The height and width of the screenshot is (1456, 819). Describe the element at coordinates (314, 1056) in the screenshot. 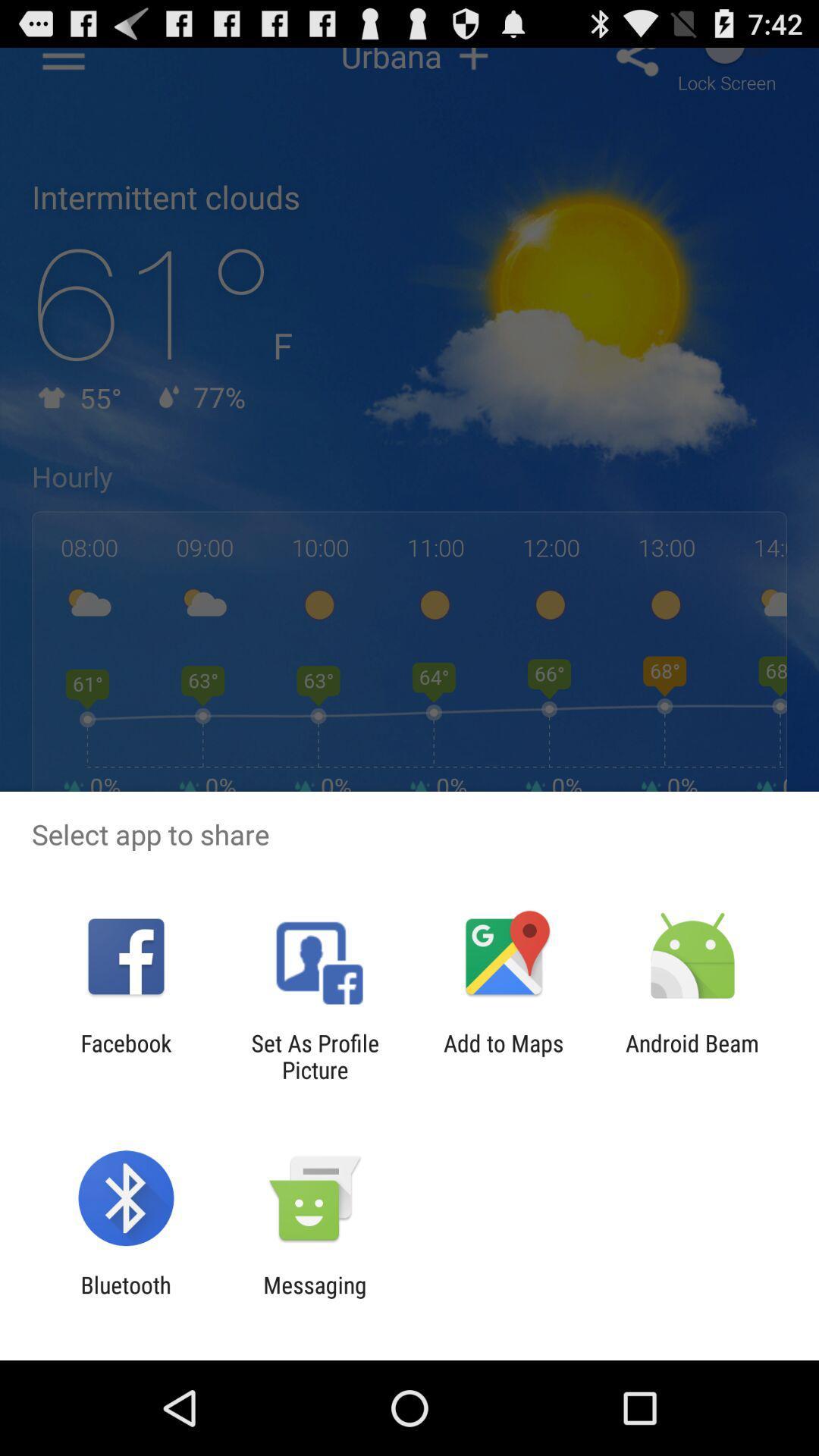

I see `set as profile icon` at that location.